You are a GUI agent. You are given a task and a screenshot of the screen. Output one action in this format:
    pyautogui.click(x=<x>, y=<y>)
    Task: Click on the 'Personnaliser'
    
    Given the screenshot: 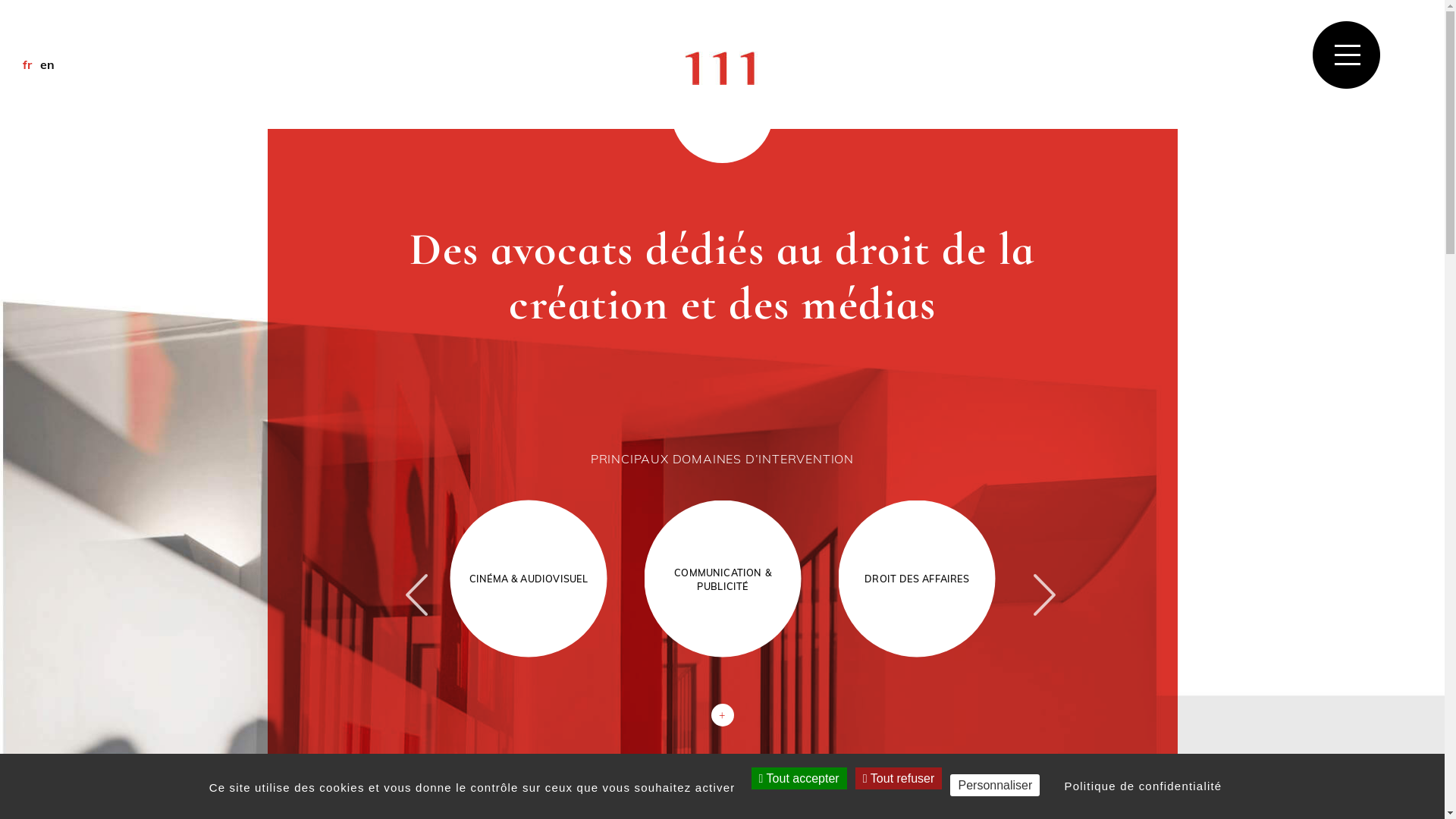 What is the action you would take?
    pyautogui.click(x=994, y=785)
    